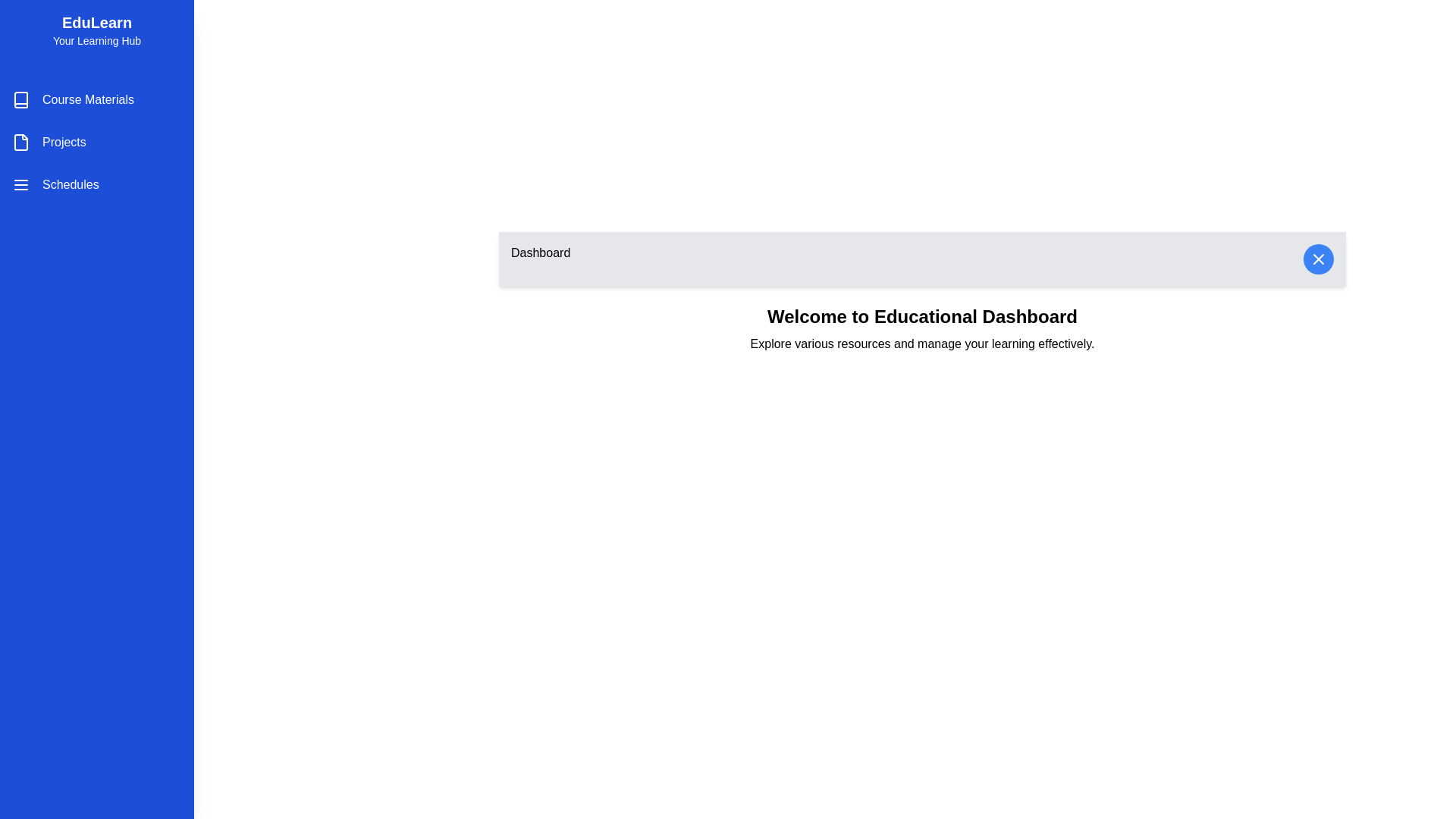  I want to click on the white horizontal triple-line 'menu' icon located to the left of the 'Schedules' label in the sidebar, so click(21, 184).